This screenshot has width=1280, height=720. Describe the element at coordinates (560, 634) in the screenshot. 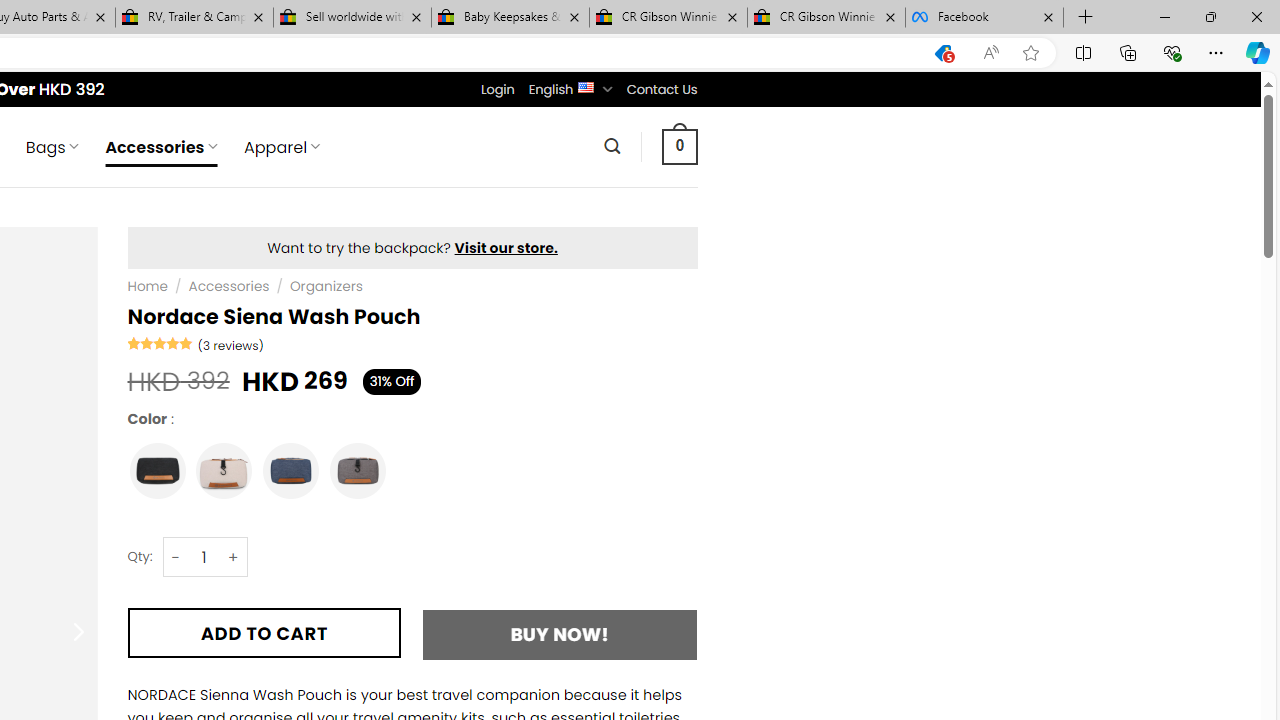

I see `'BUY NOW!'` at that location.